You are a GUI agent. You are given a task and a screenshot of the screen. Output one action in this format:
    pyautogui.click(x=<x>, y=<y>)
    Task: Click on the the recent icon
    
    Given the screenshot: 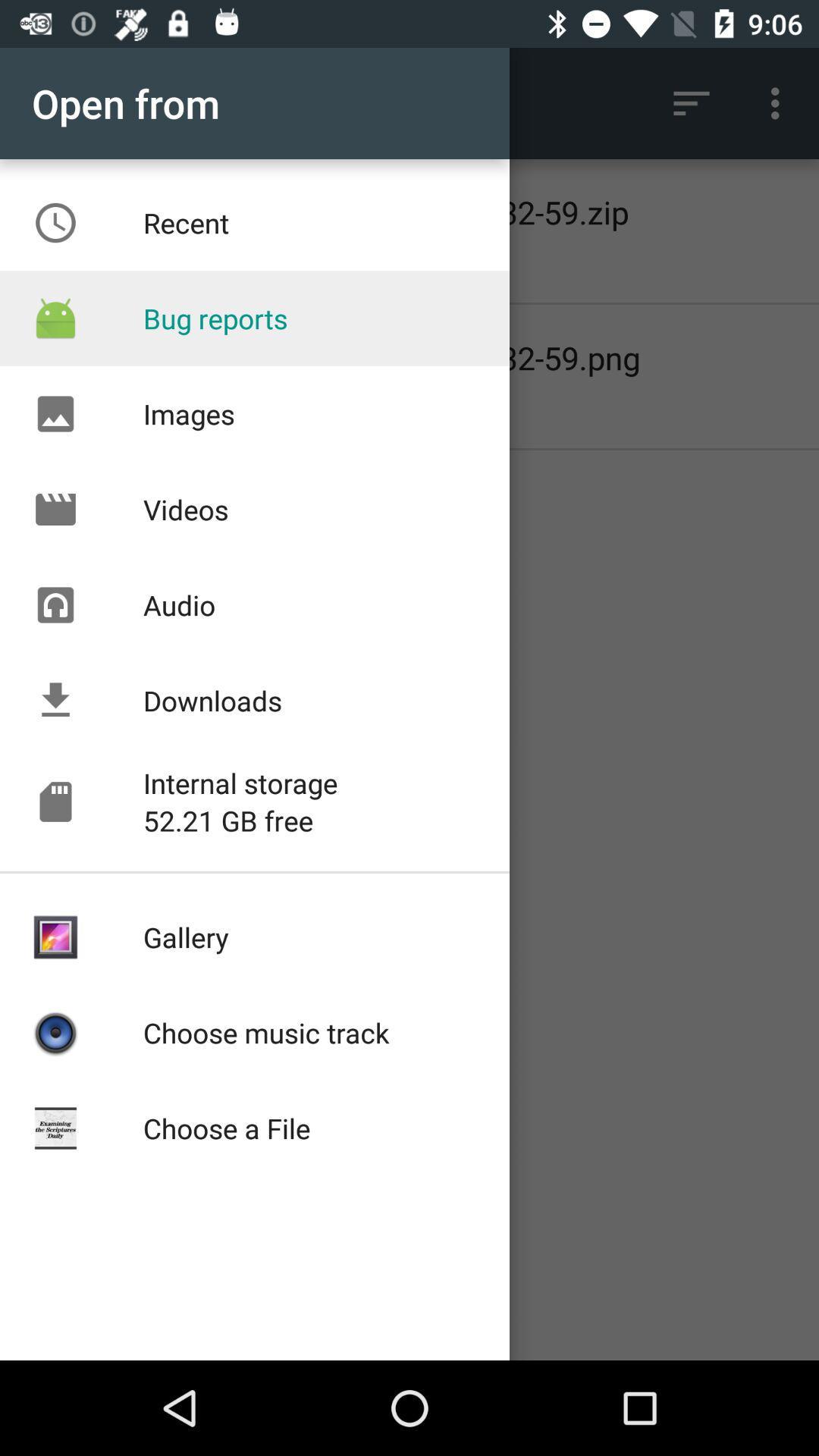 What is the action you would take?
    pyautogui.click(x=55, y=222)
    